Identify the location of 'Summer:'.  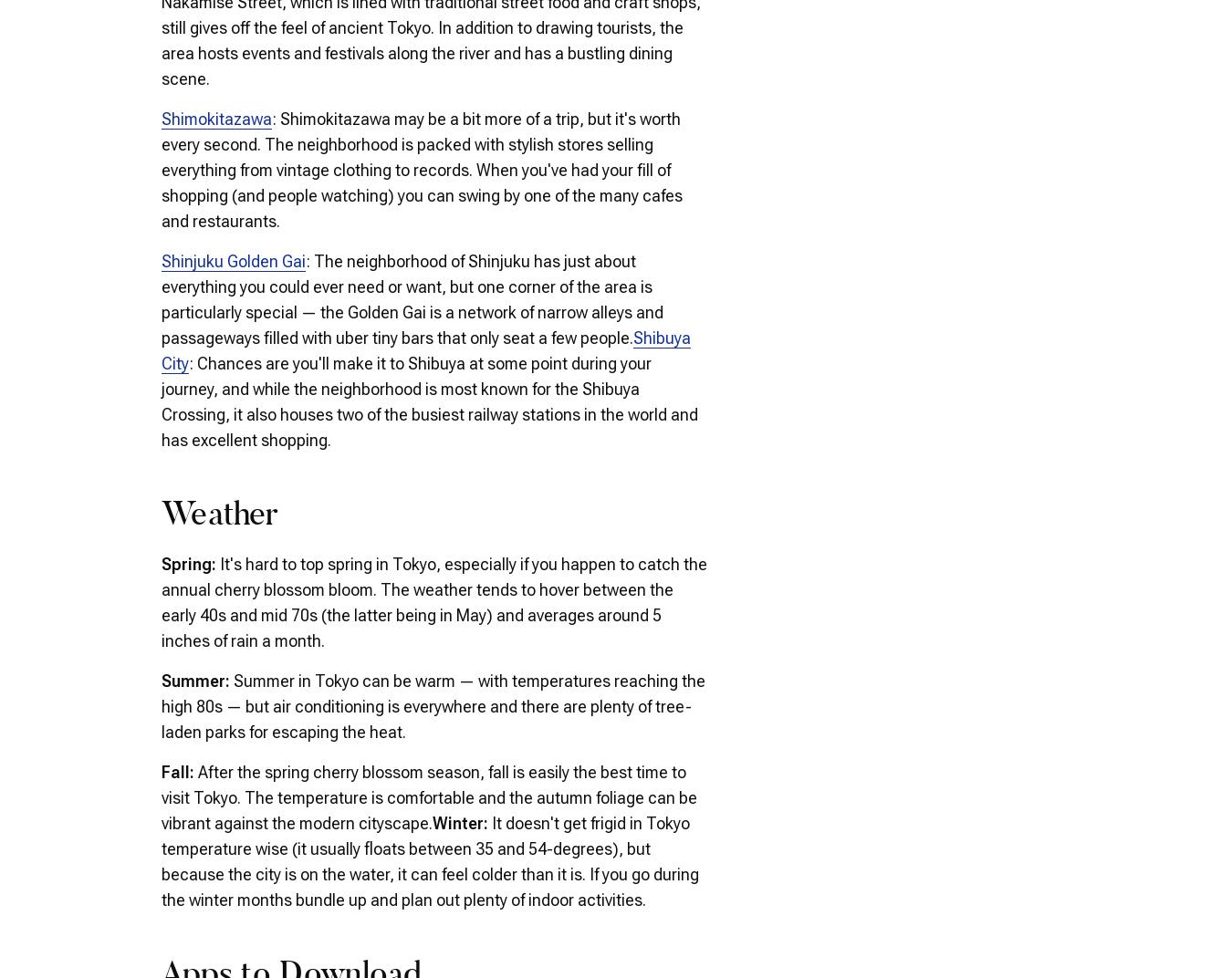
(197, 680).